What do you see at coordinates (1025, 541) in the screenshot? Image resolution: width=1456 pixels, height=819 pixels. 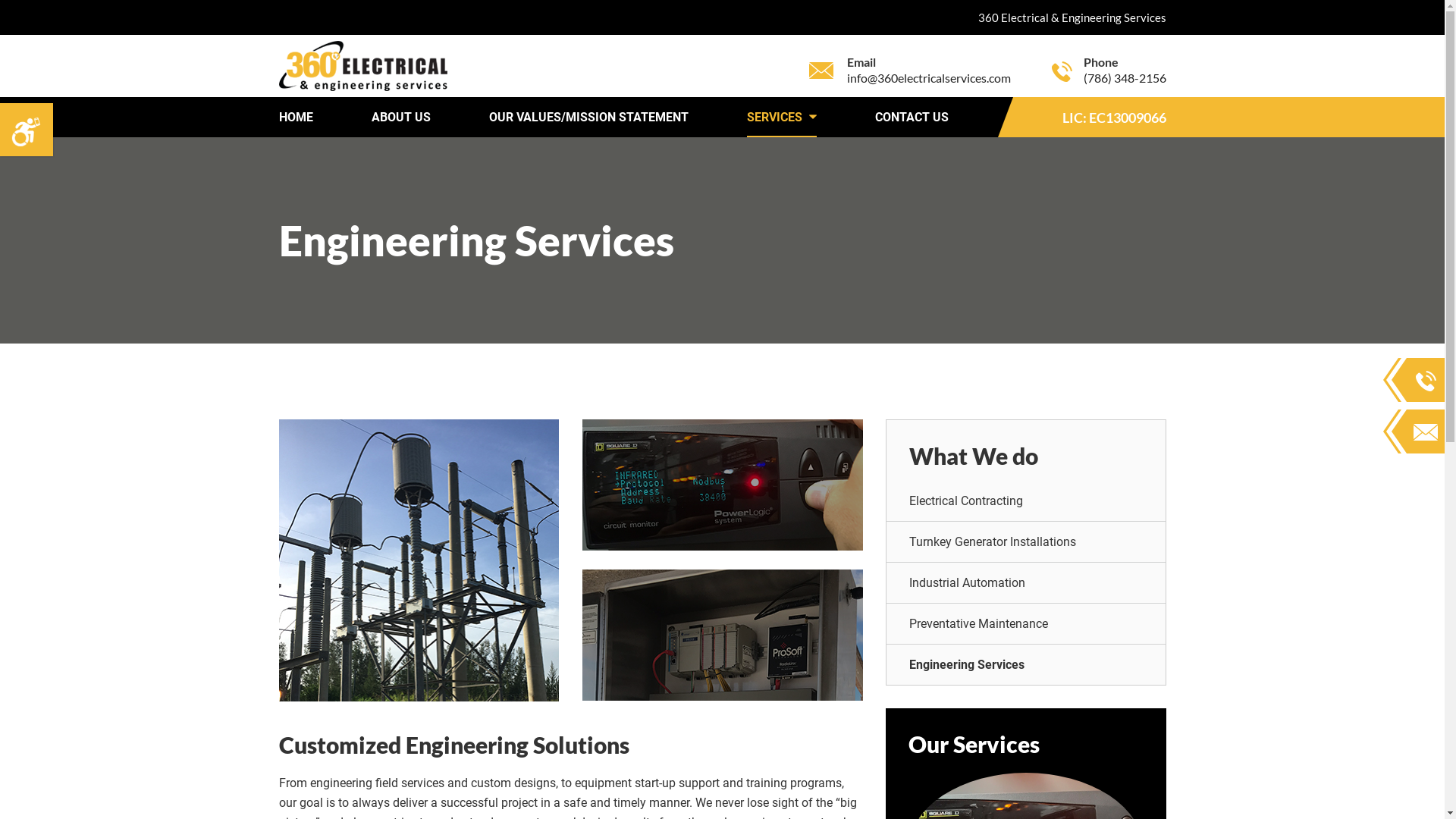 I see `'Turnkey Generator Installations'` at bounding box center [1025, 541].